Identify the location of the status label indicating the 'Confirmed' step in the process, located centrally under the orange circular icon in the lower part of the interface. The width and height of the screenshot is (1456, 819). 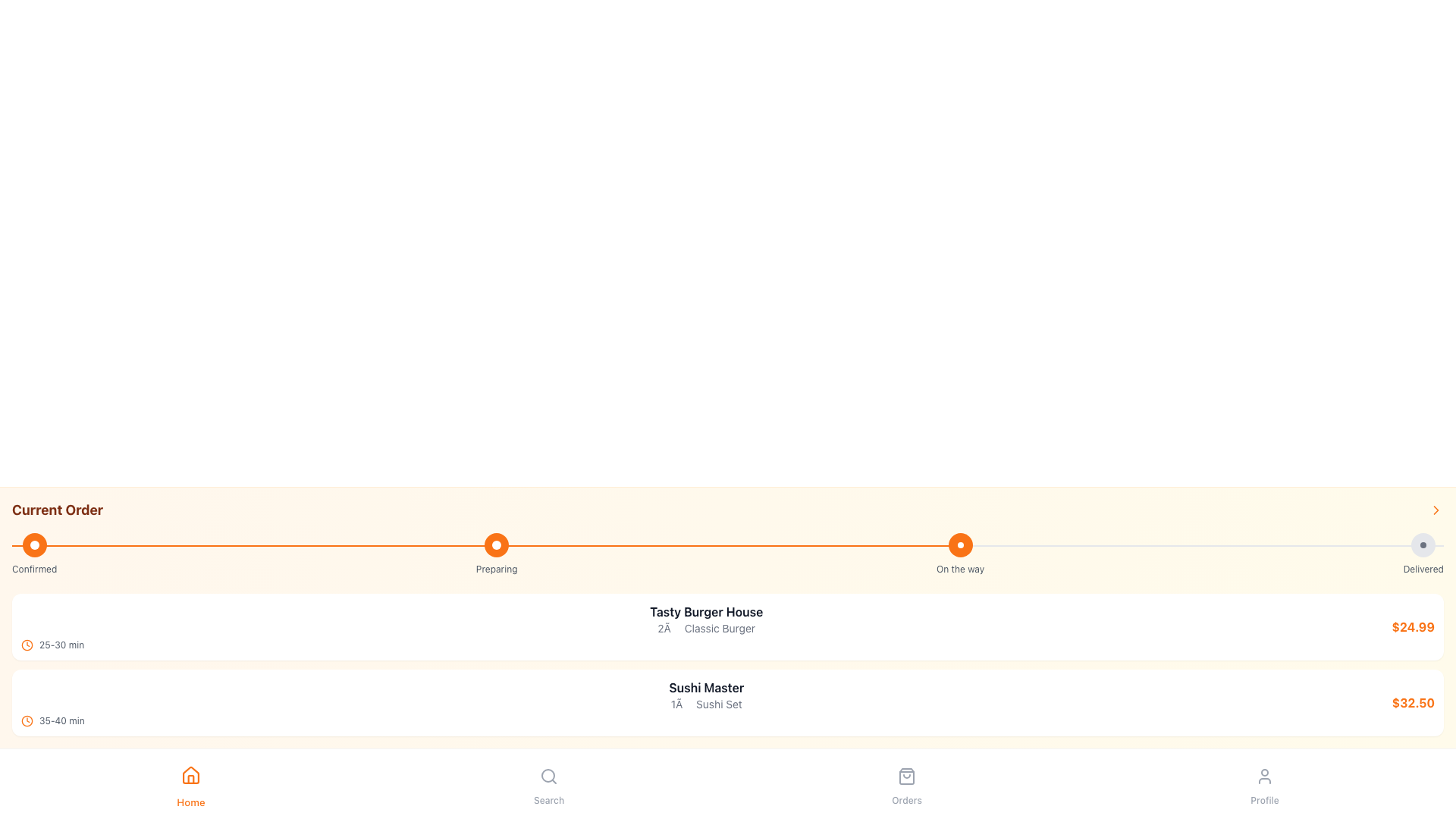
(34, 570).